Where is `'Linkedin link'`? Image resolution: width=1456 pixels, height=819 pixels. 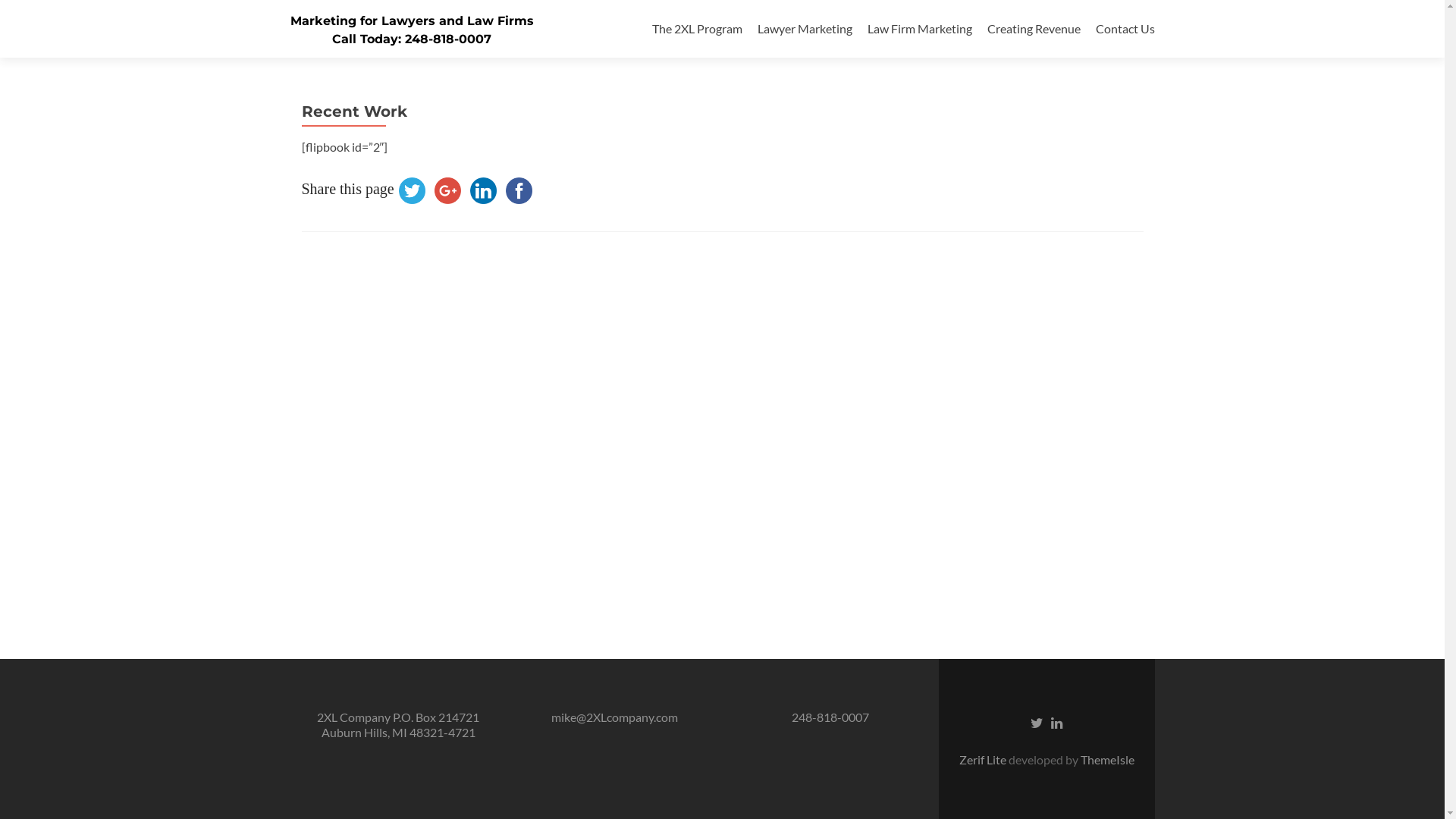
'Linkedin link' is located at coordinates (1056, 721).